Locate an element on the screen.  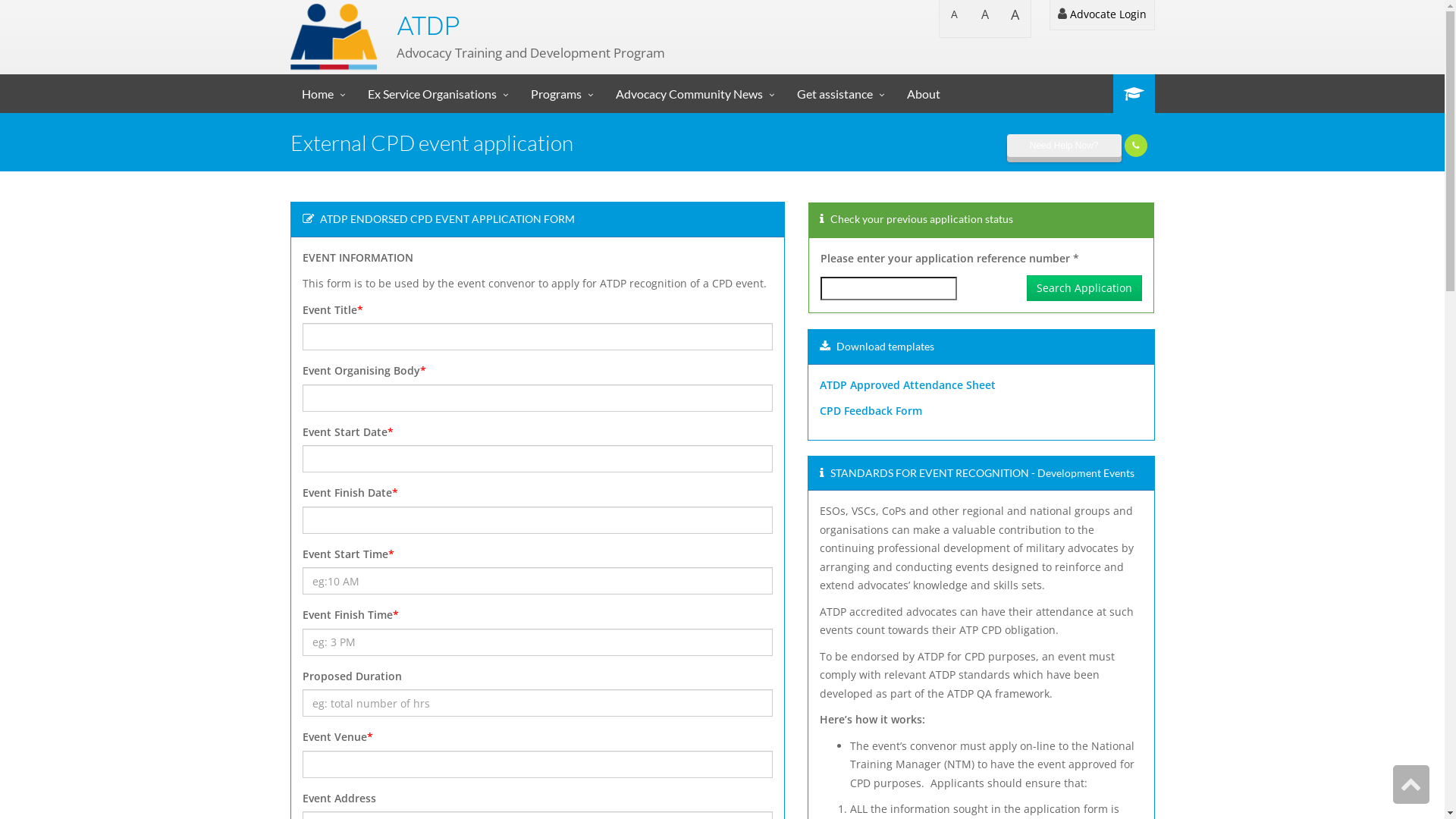
'About' is located at coordinates (922, 93).